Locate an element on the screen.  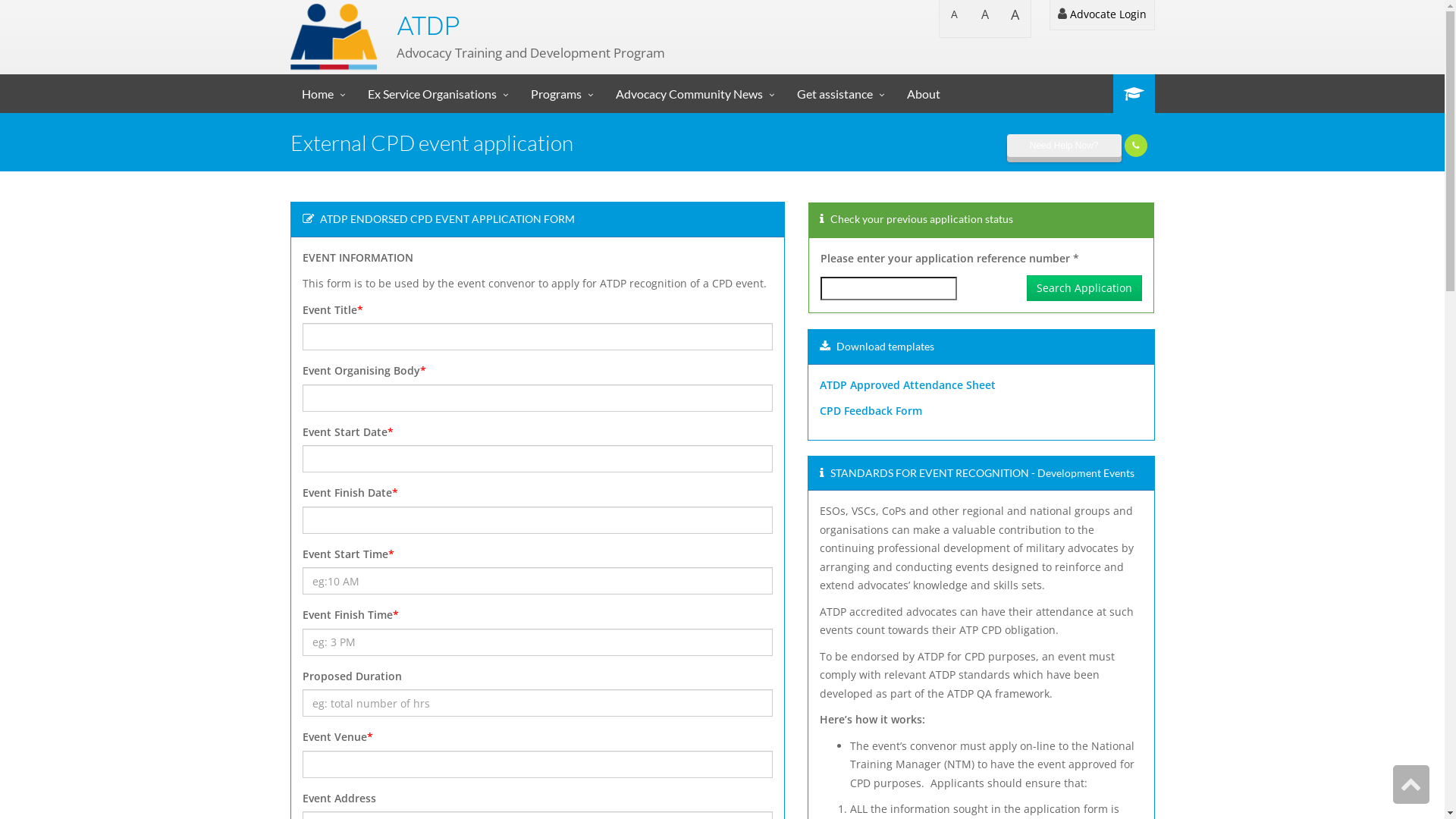
'About' is located at coordinates (922, 93).